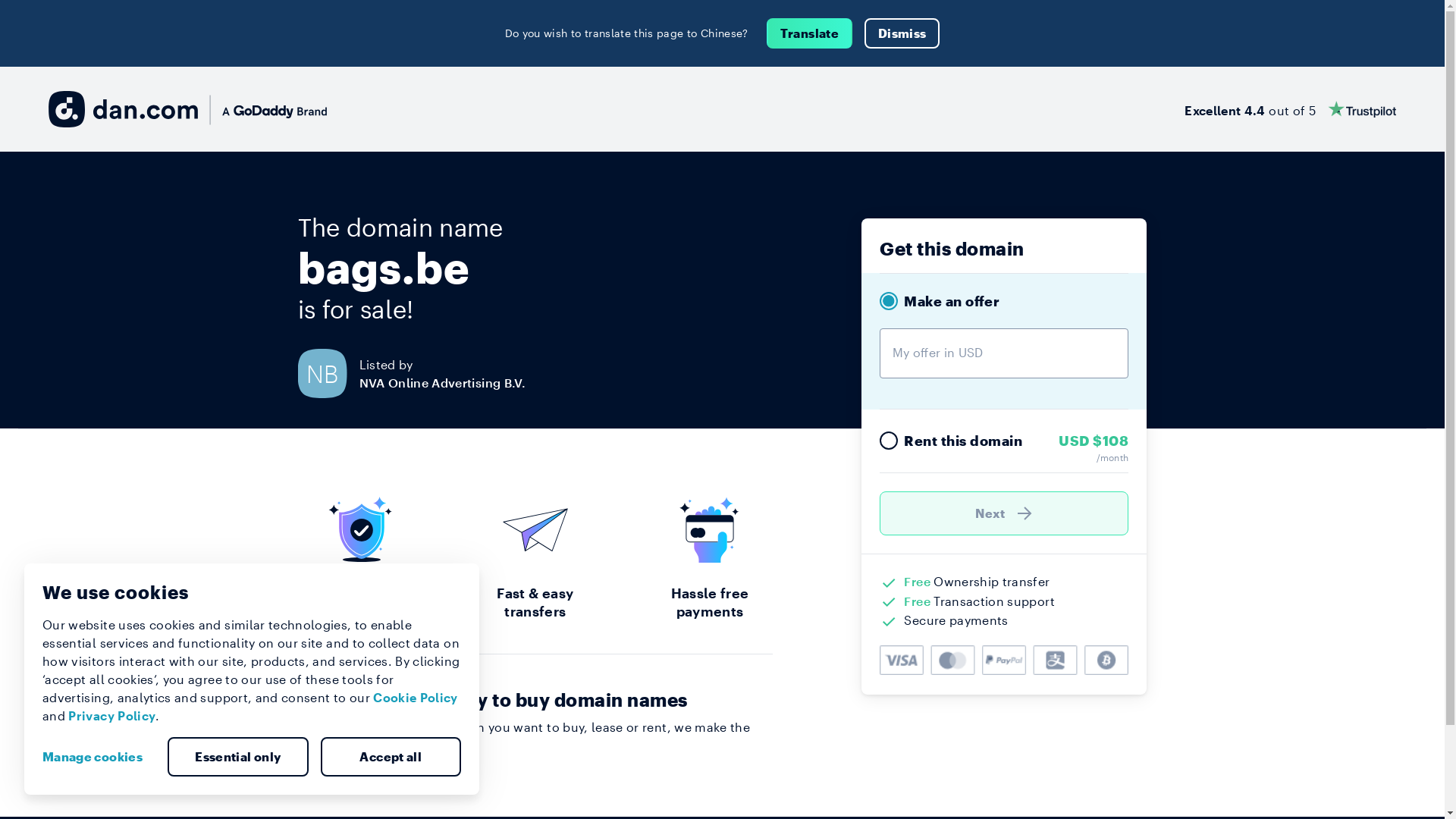  I want to click on 'Privacy Policy', so click(111, 715).